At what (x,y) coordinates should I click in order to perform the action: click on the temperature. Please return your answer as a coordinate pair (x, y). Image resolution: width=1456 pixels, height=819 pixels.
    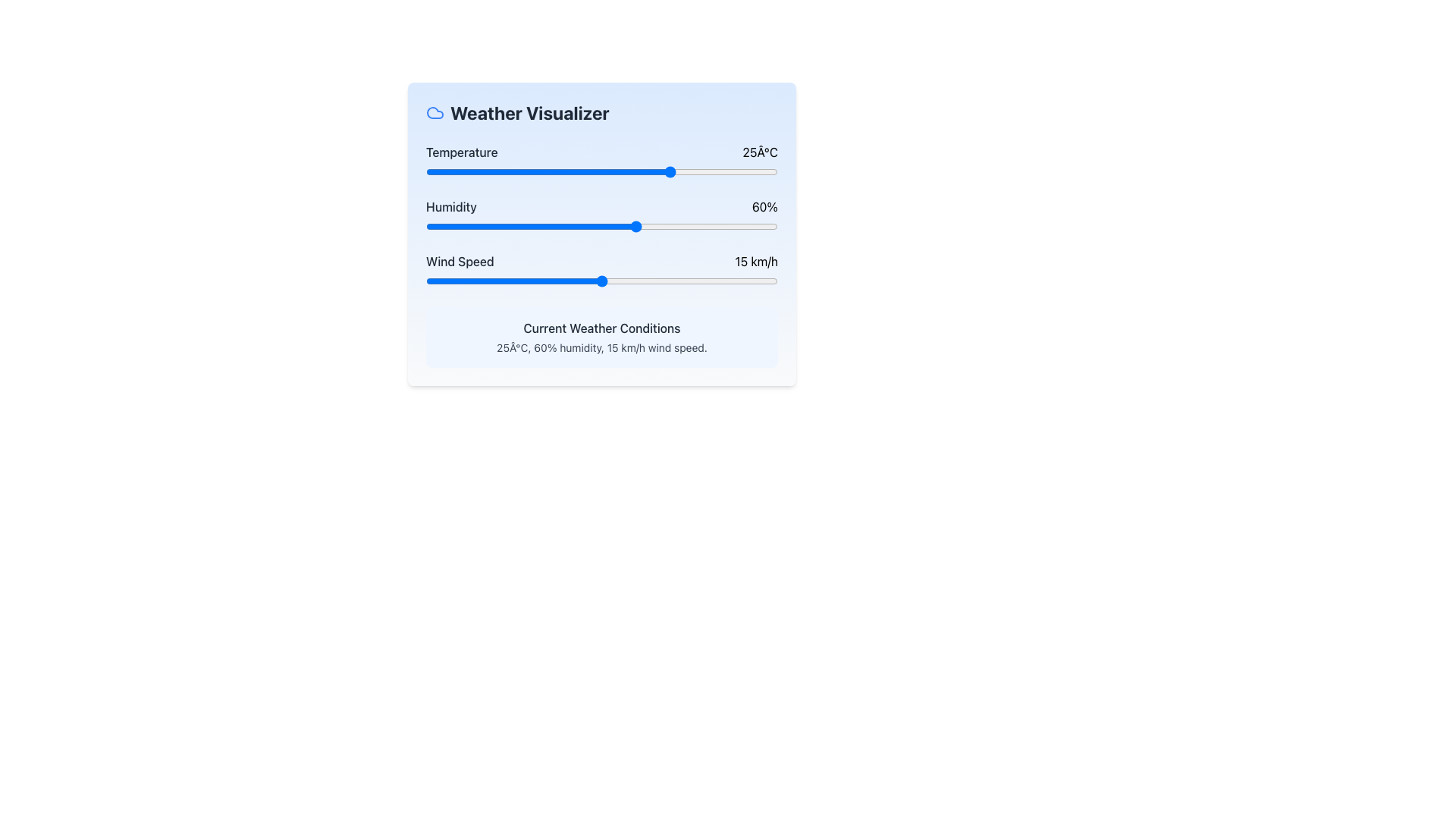
    Looking at the image, I should click on (439, 171).